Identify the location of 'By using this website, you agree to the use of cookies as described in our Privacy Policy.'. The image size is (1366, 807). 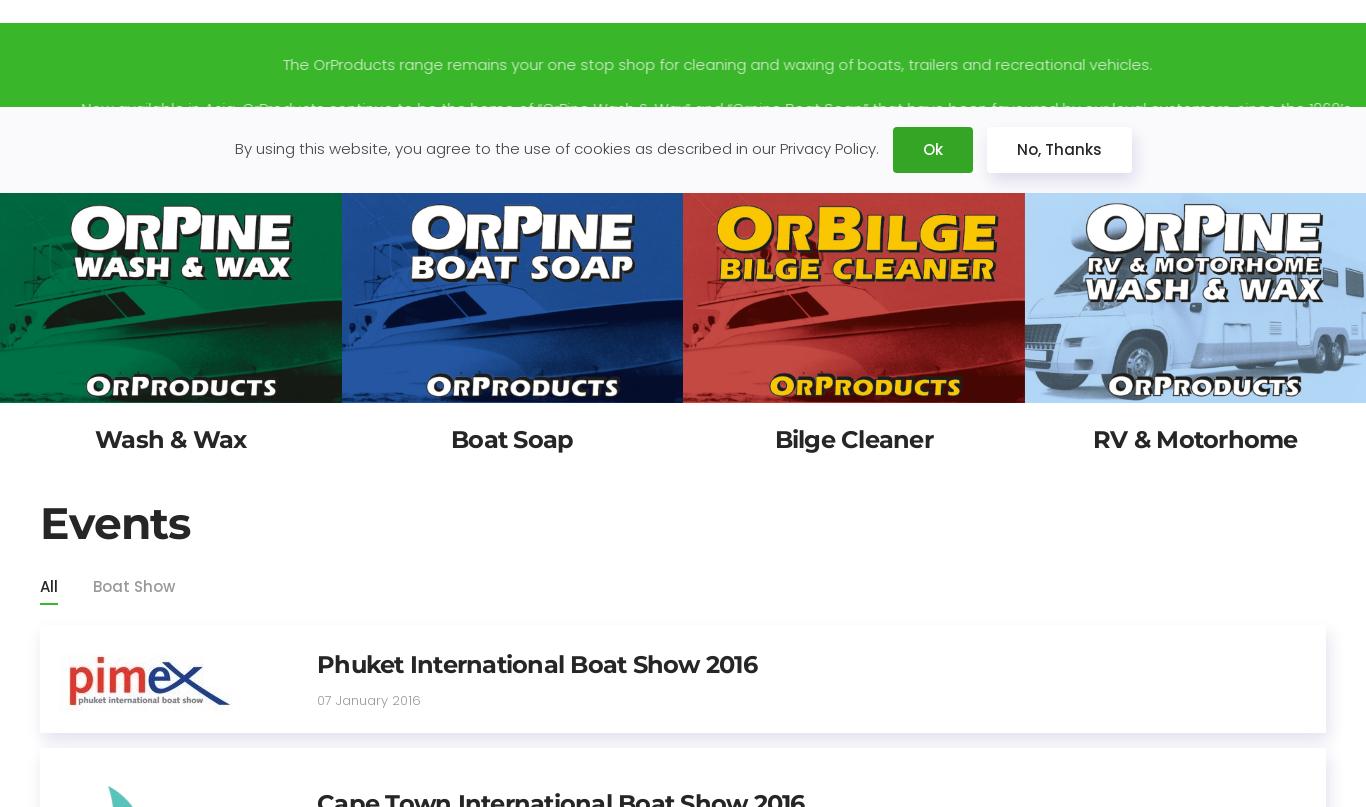
(558, 147).